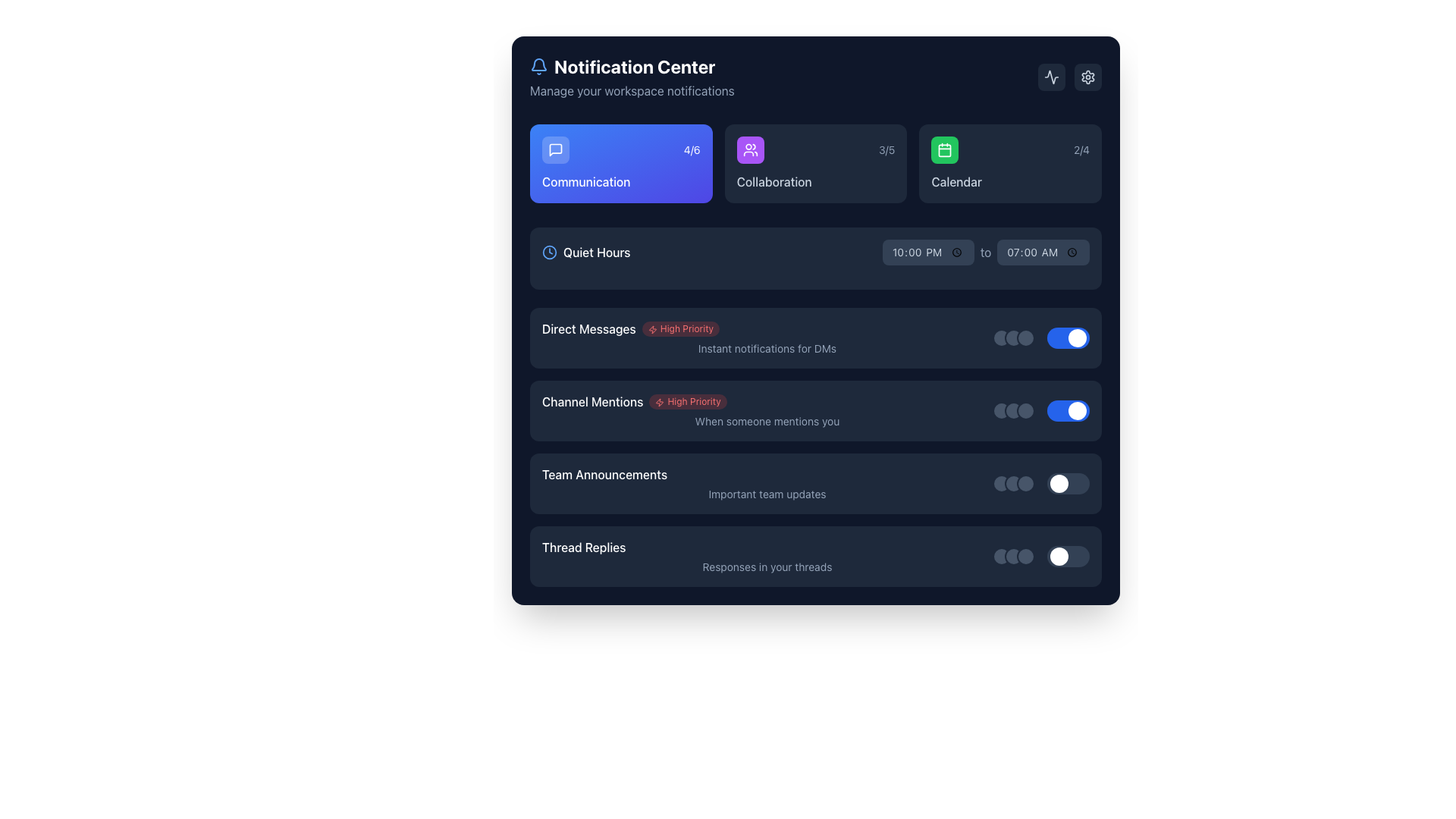 This screenshot has width=1456, height=819. What do you see at coordinates (548, 251) in the screenshot?
I see `the circular vector element within the clock-shaped SVG graphic, located near the top-left section of the interface adjacent to the 'Quiet Hours' label` at bounding box center [548, 251].